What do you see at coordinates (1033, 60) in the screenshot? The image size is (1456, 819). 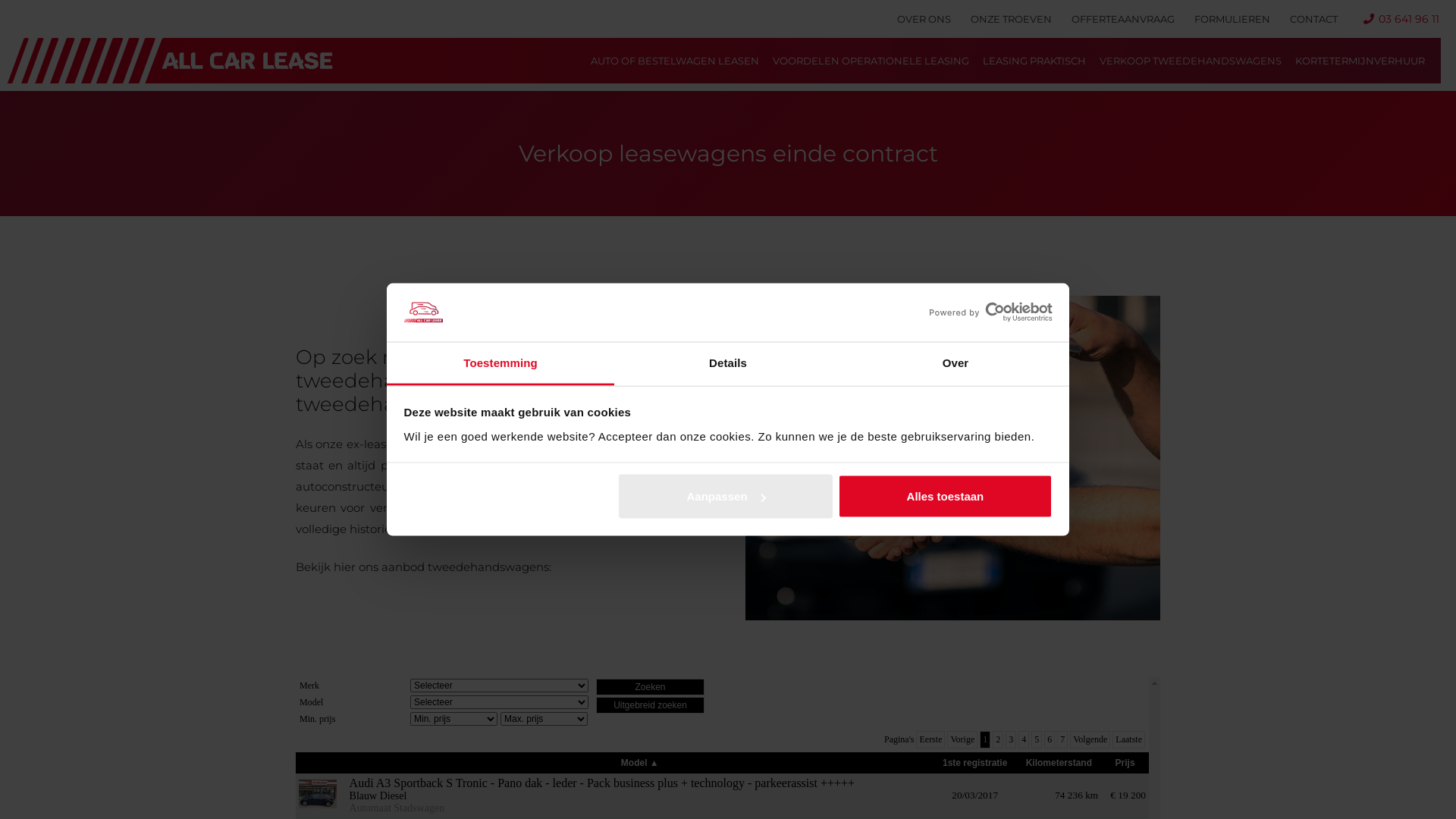 I see `'LEASING PRAKTISCH'` at bounding box center [1033, 60].